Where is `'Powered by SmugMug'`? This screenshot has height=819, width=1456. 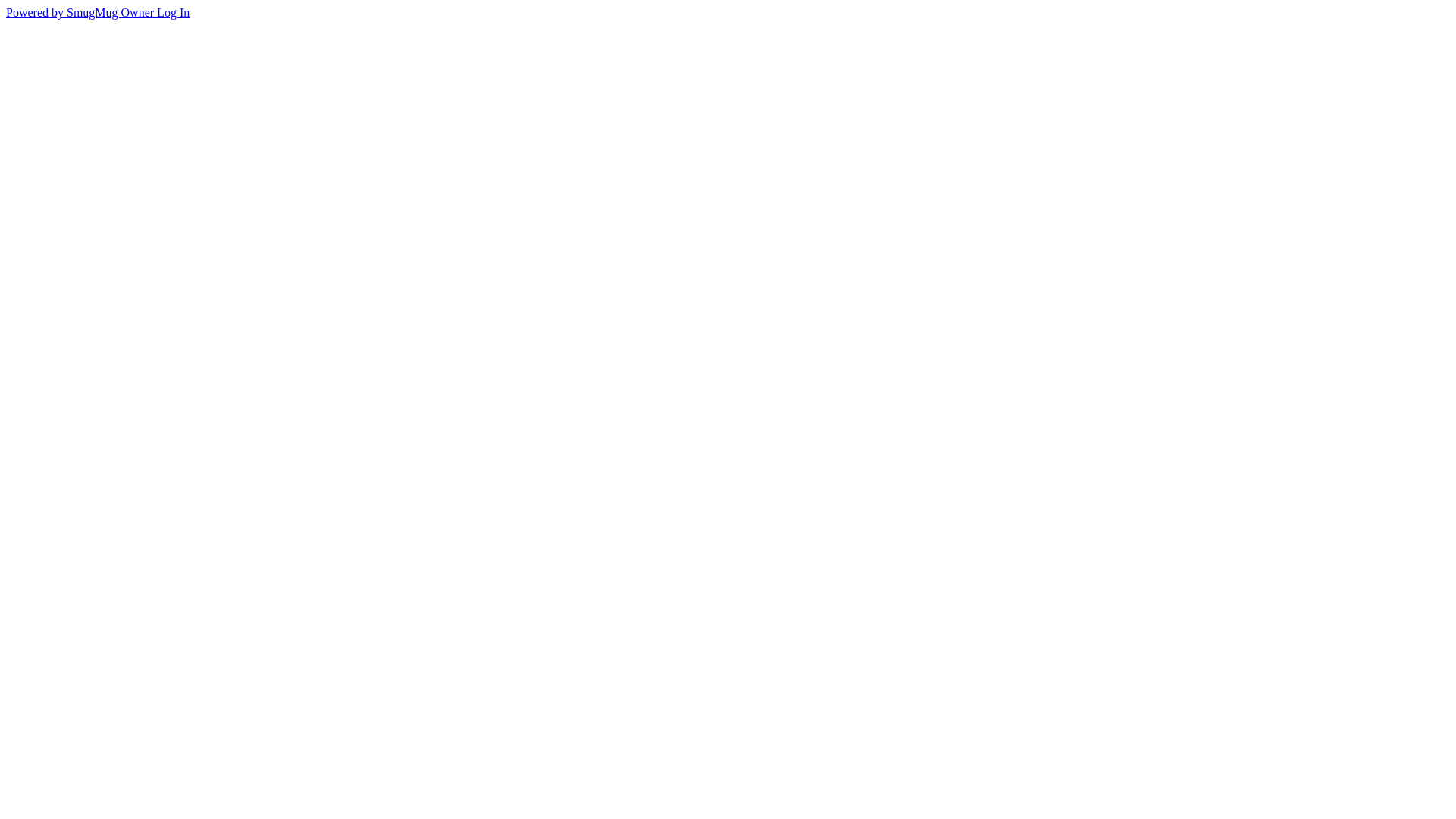
'Powered by SmugMug' is located at coordinates (62, 12).